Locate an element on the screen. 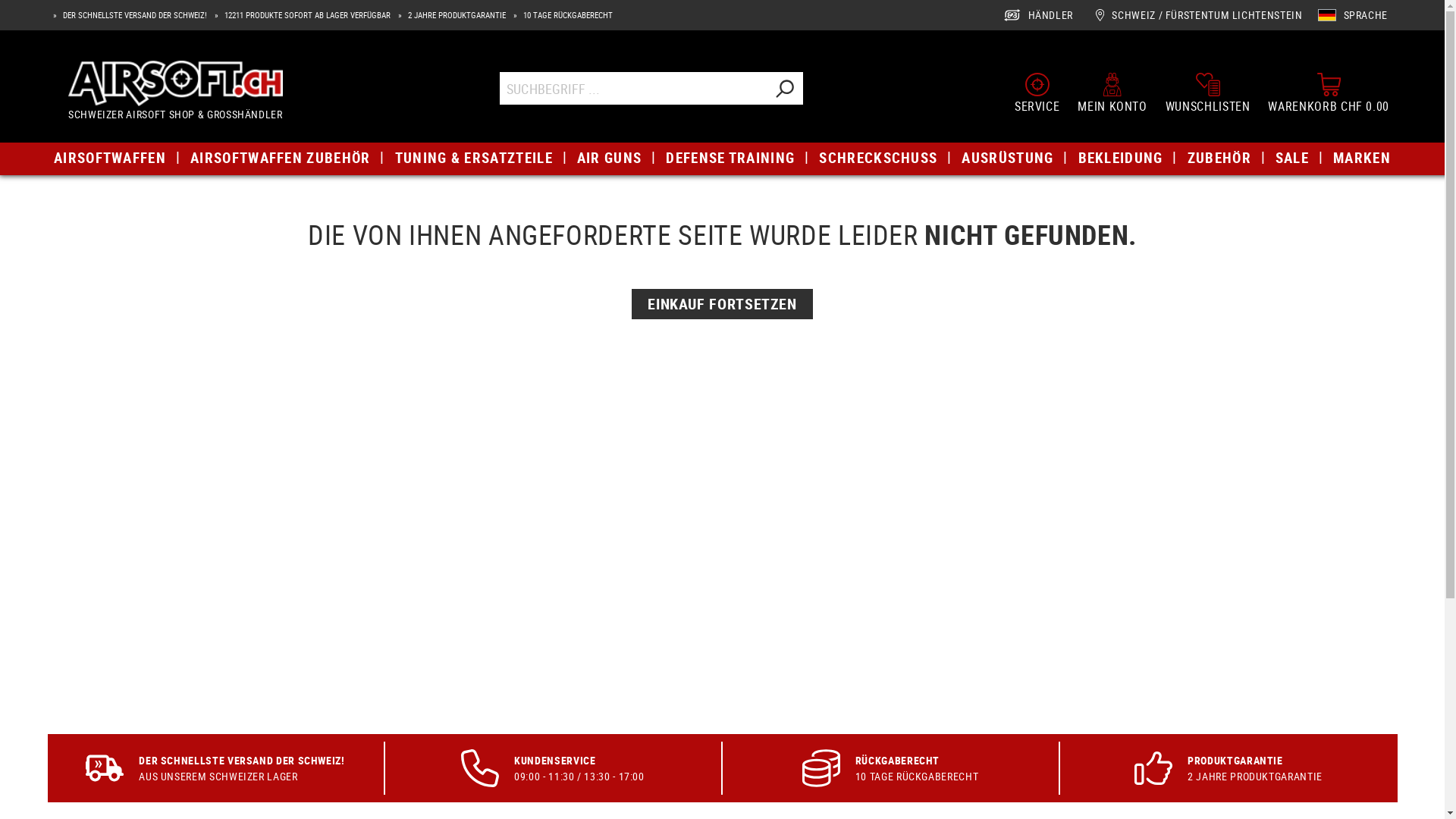 This screenshot has height=819, width=1456. 'SALE' is located at coordinates (1291, 158).